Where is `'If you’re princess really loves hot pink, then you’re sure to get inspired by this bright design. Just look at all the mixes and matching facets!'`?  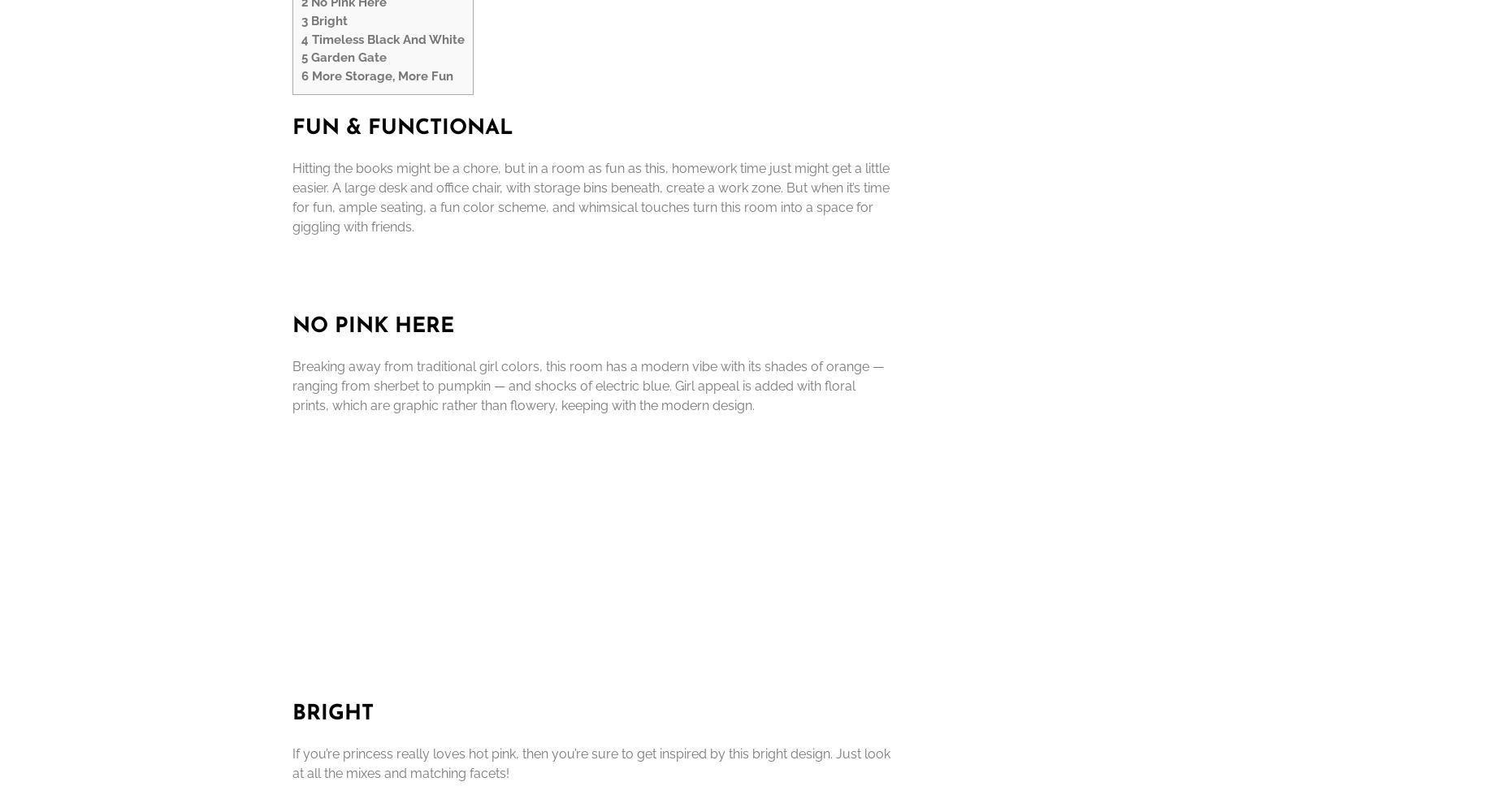 'If you’re princess really loves hot pink, then you’re sure to get inspired by this bright design. Just look at all the mixes and matching facets!' is located at coordinates (591, 762).